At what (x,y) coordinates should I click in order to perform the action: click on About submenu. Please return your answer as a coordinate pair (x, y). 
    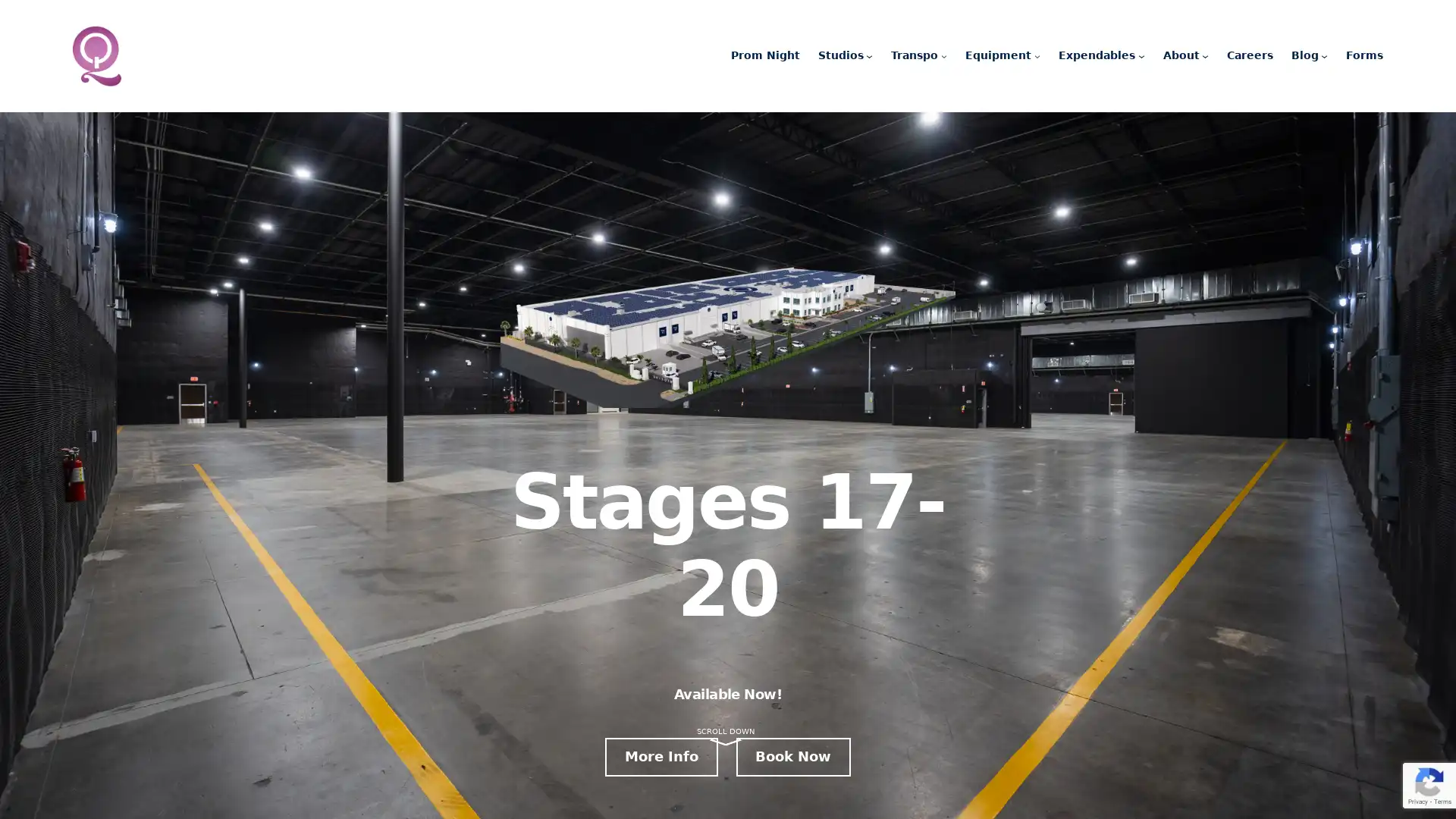
    Looking at the image, I should click on (1203, 55).